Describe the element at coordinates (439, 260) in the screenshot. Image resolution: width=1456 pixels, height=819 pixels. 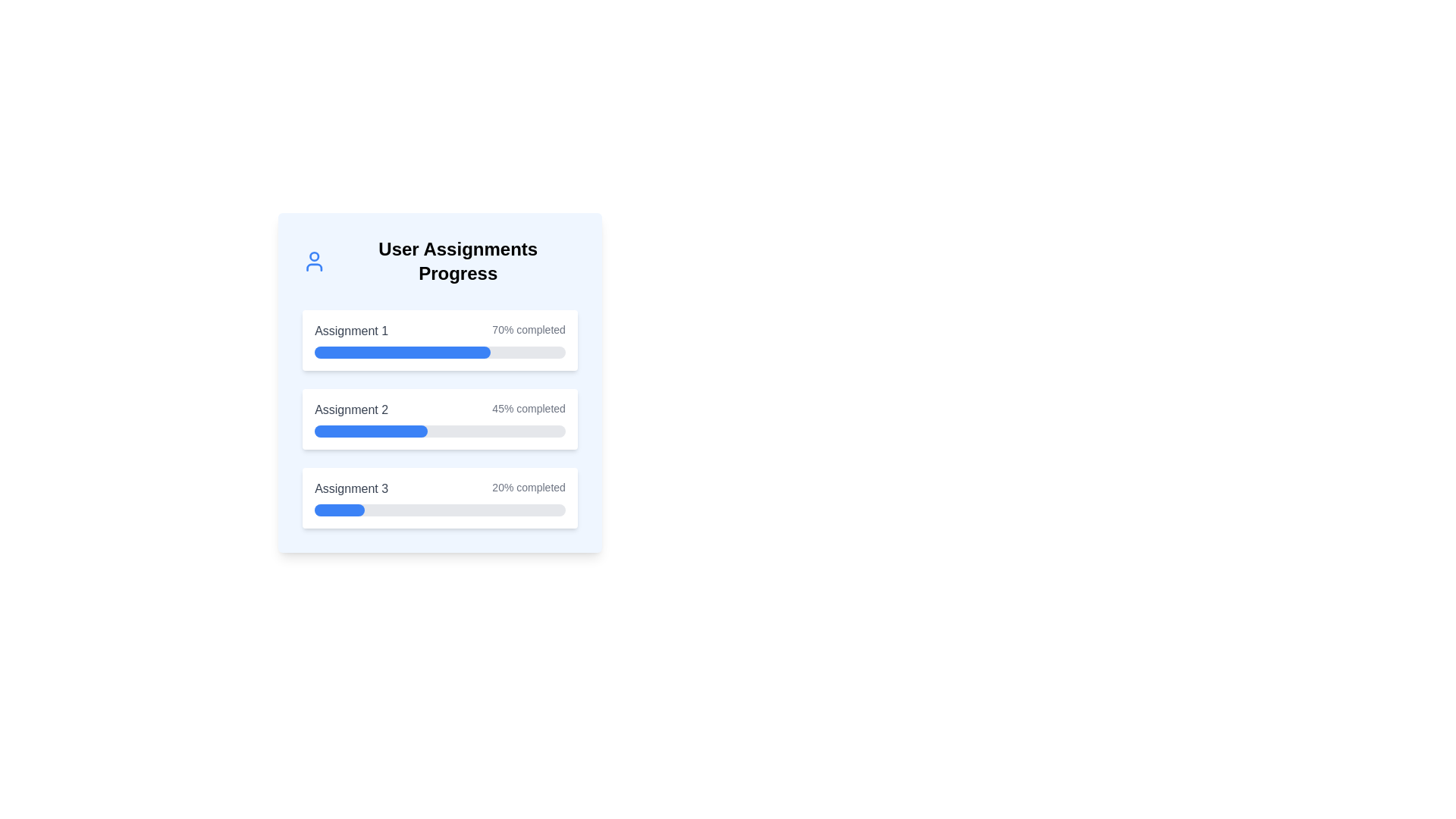
I see `textual header with icon located at the center of the layout, which provides context for user assignments` at that location.